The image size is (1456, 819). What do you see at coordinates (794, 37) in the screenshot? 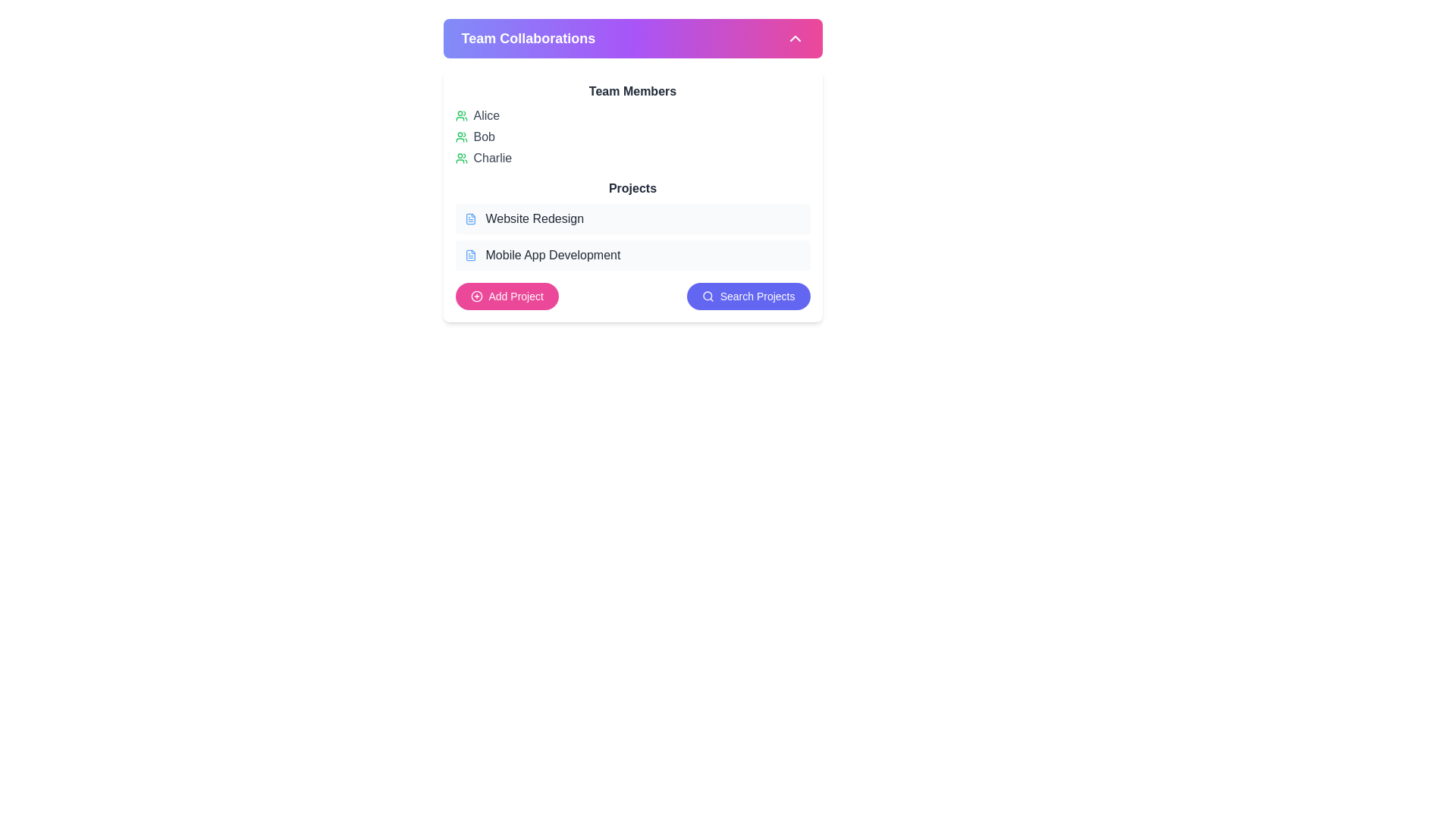
I see `the Chevron-Up icon located in the top-right corner of the 'Team Collaborations' header` at bounding box center [794, 37].